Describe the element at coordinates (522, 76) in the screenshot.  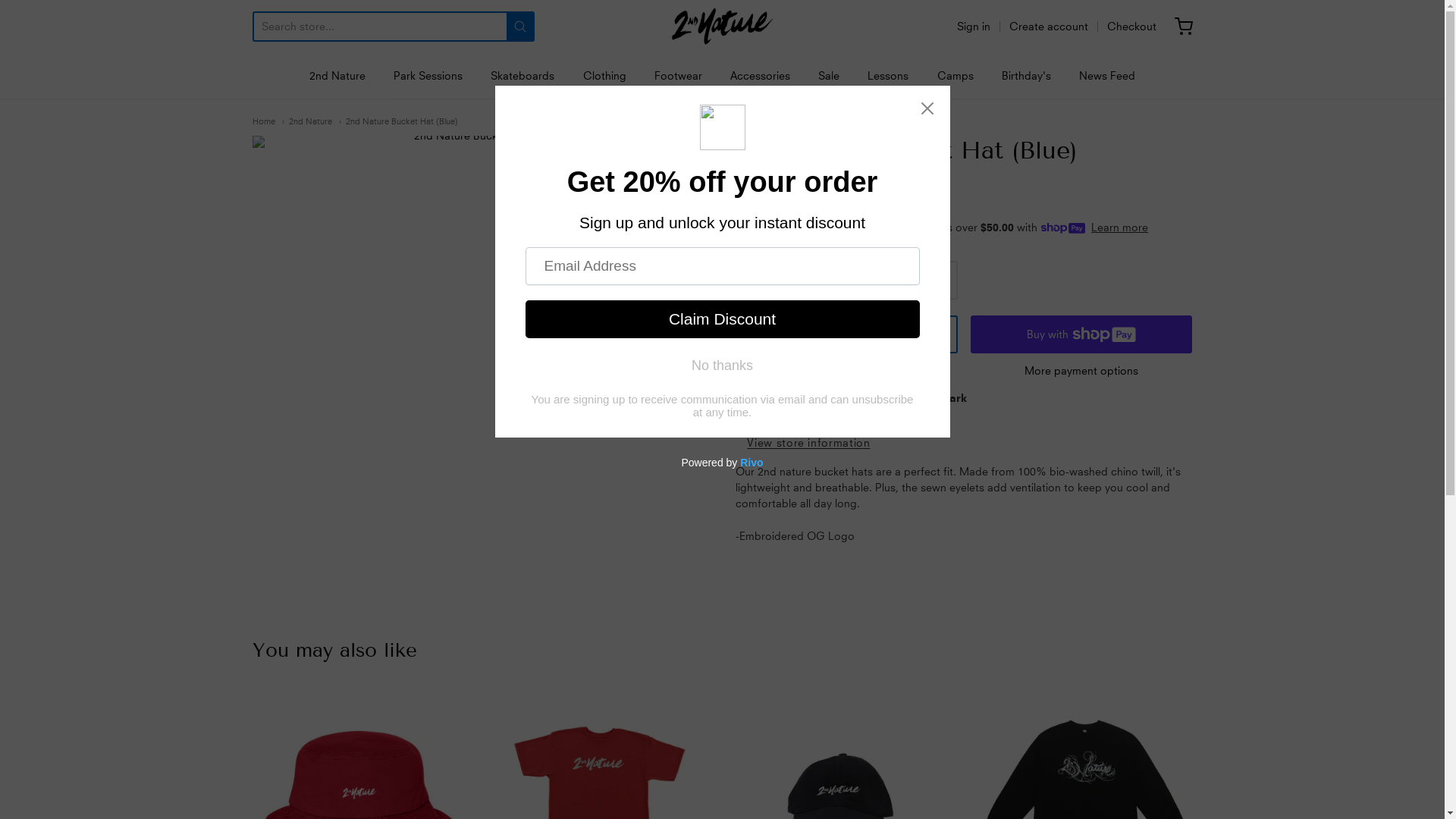
I see `'Skateboards'` at that location.